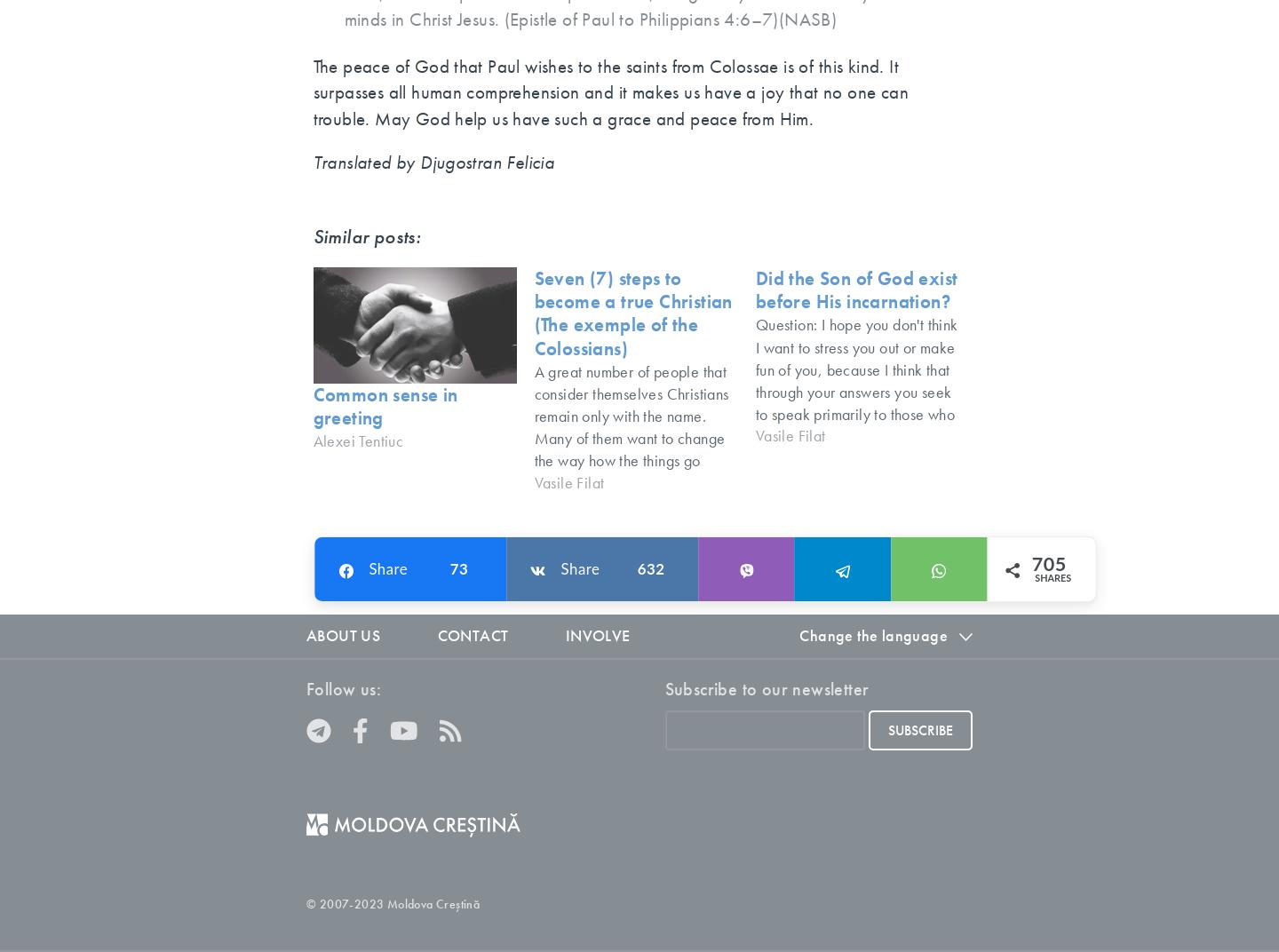 Image resolution: width=1279 pixels, height=952 pixels. I want to click on 'Subscribe to our newsletter', so click(765, 687).